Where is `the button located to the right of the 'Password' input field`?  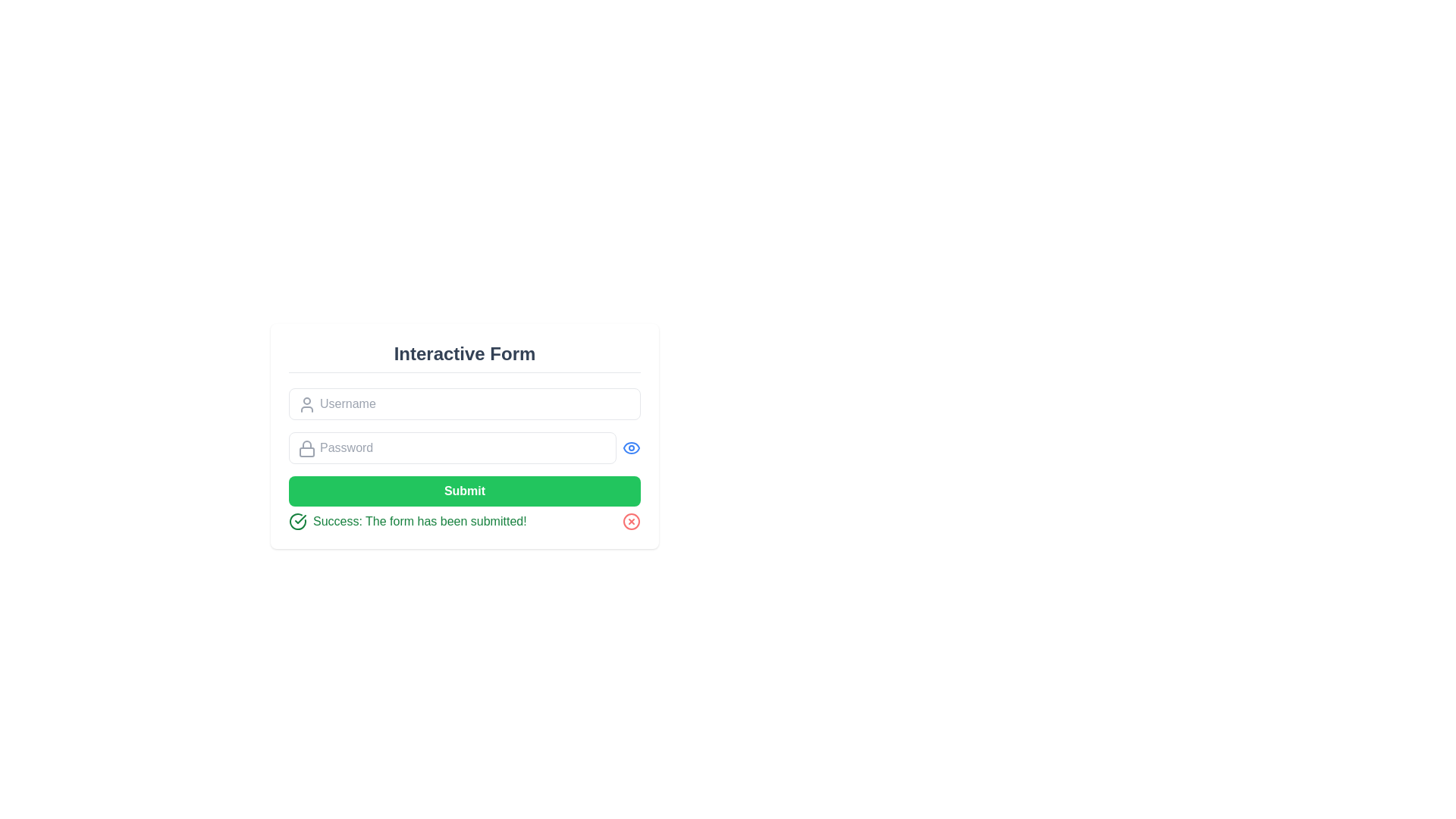 the button located to the right of the 'Password' input field is located at coordinates (632, 447).